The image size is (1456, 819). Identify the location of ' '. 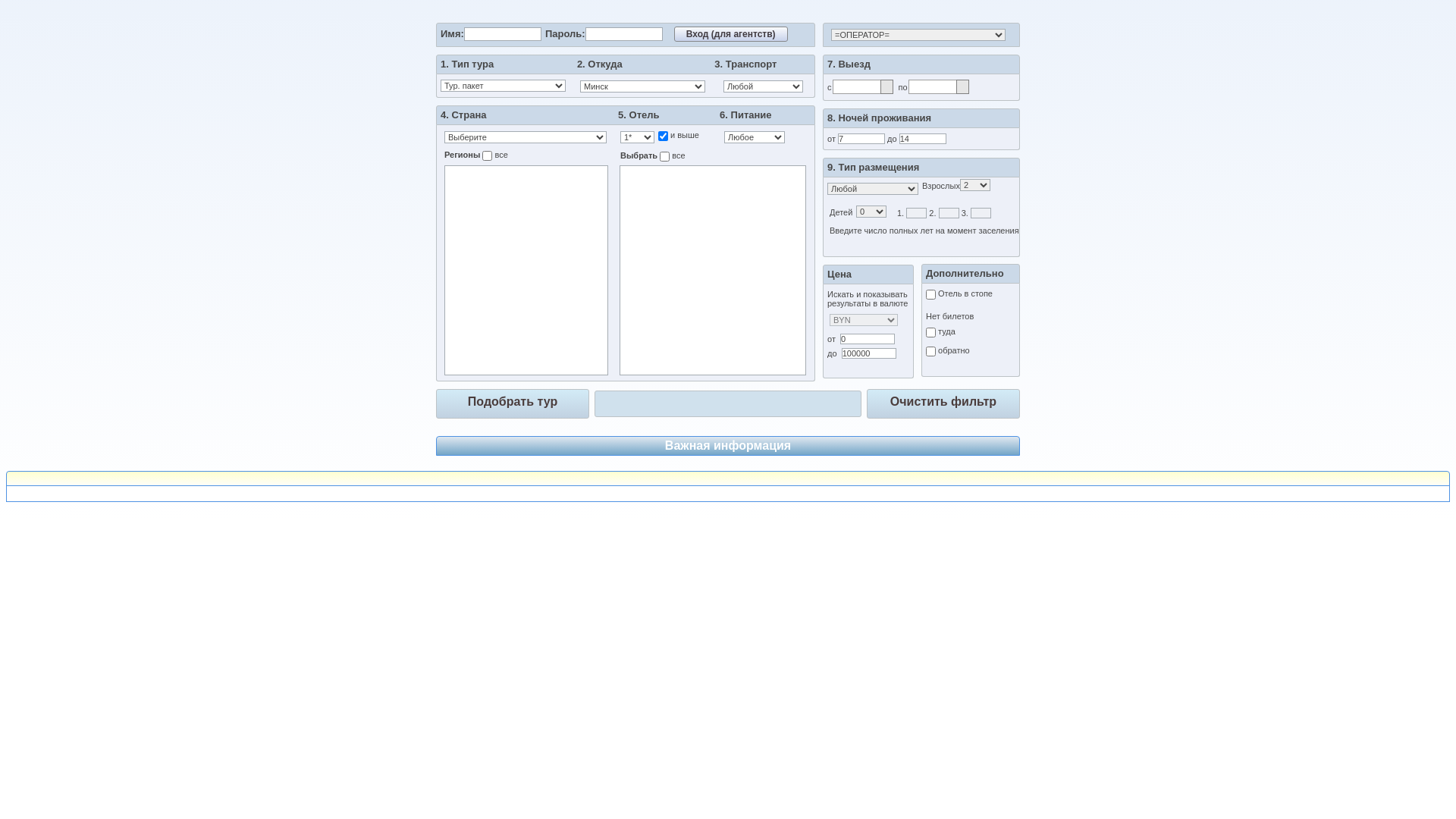
(728, 494).